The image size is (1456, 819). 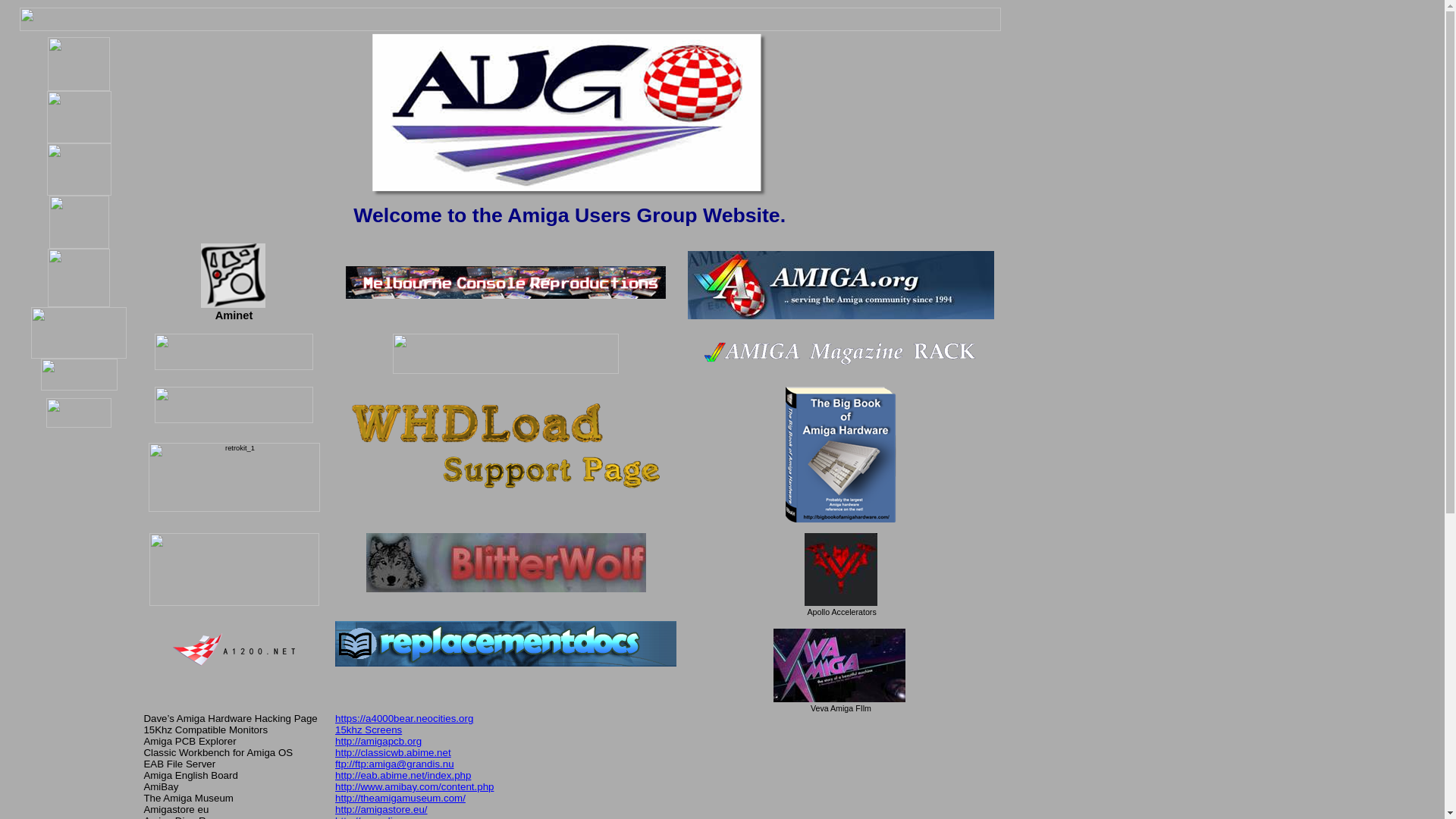 What do you see at coordinates (393, 752) in the screenshot?
I see `'http://classicwb.abime.net'` at bounding box center [393, 752].